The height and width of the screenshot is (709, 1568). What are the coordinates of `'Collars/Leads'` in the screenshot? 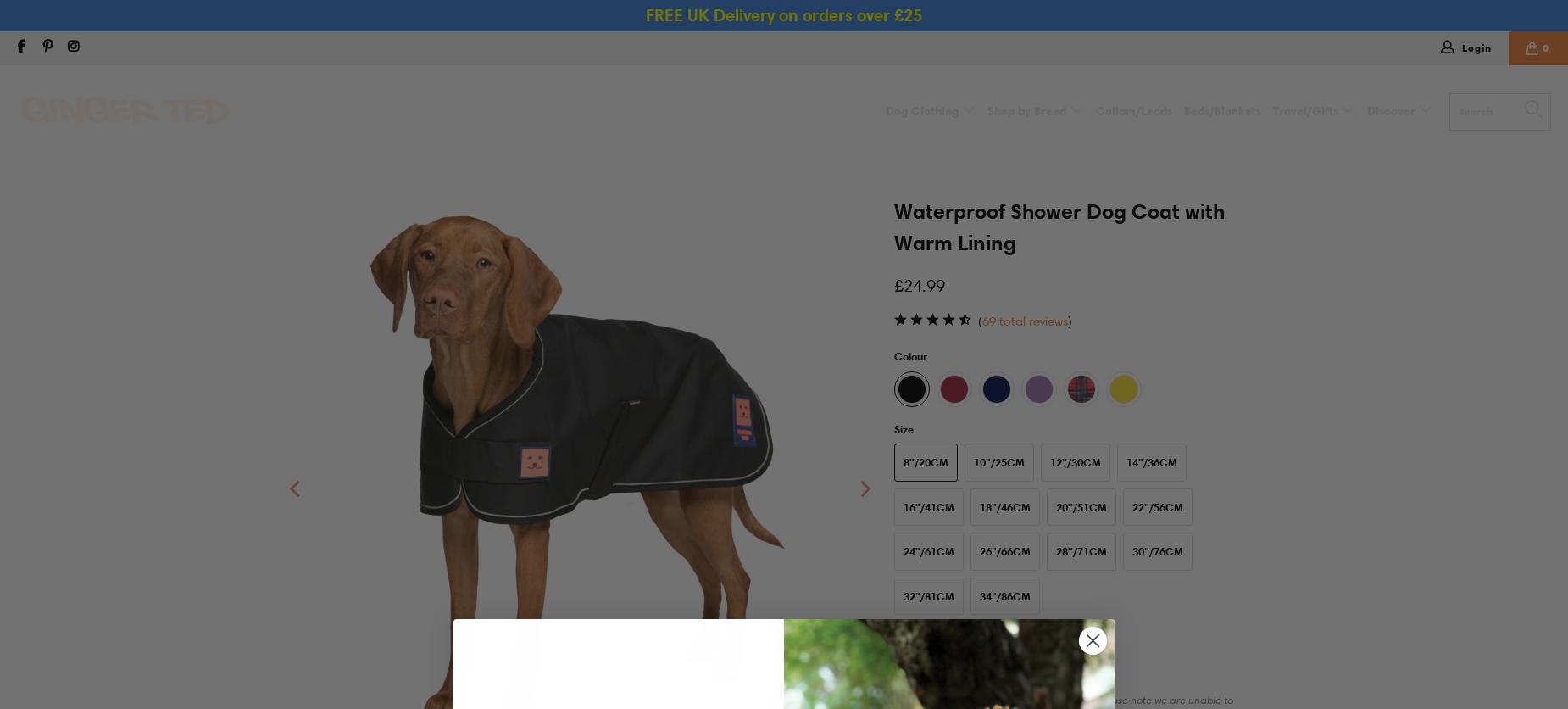 It's located at (1132, 110).